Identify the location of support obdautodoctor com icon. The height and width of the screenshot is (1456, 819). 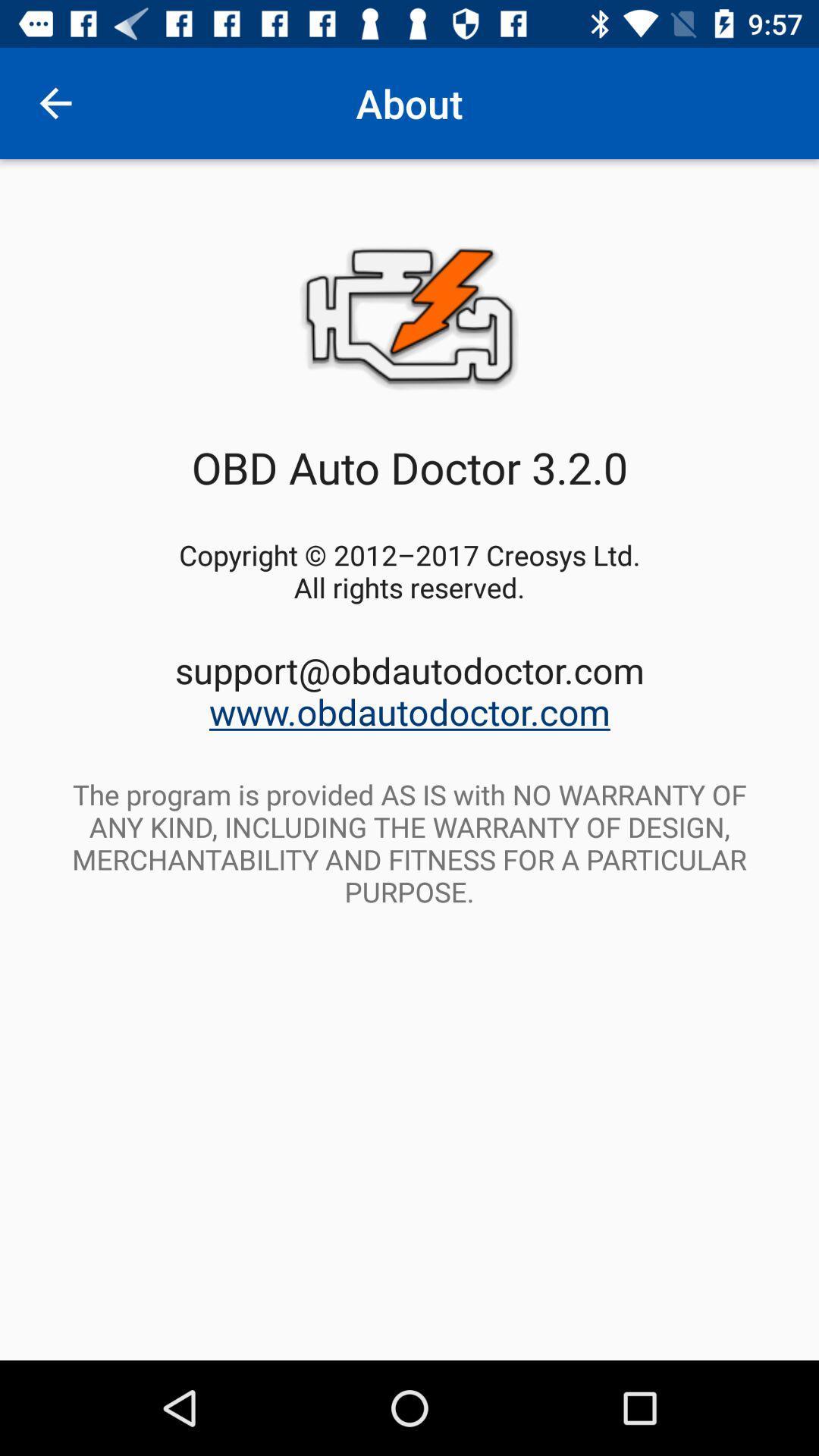
(409, 690).